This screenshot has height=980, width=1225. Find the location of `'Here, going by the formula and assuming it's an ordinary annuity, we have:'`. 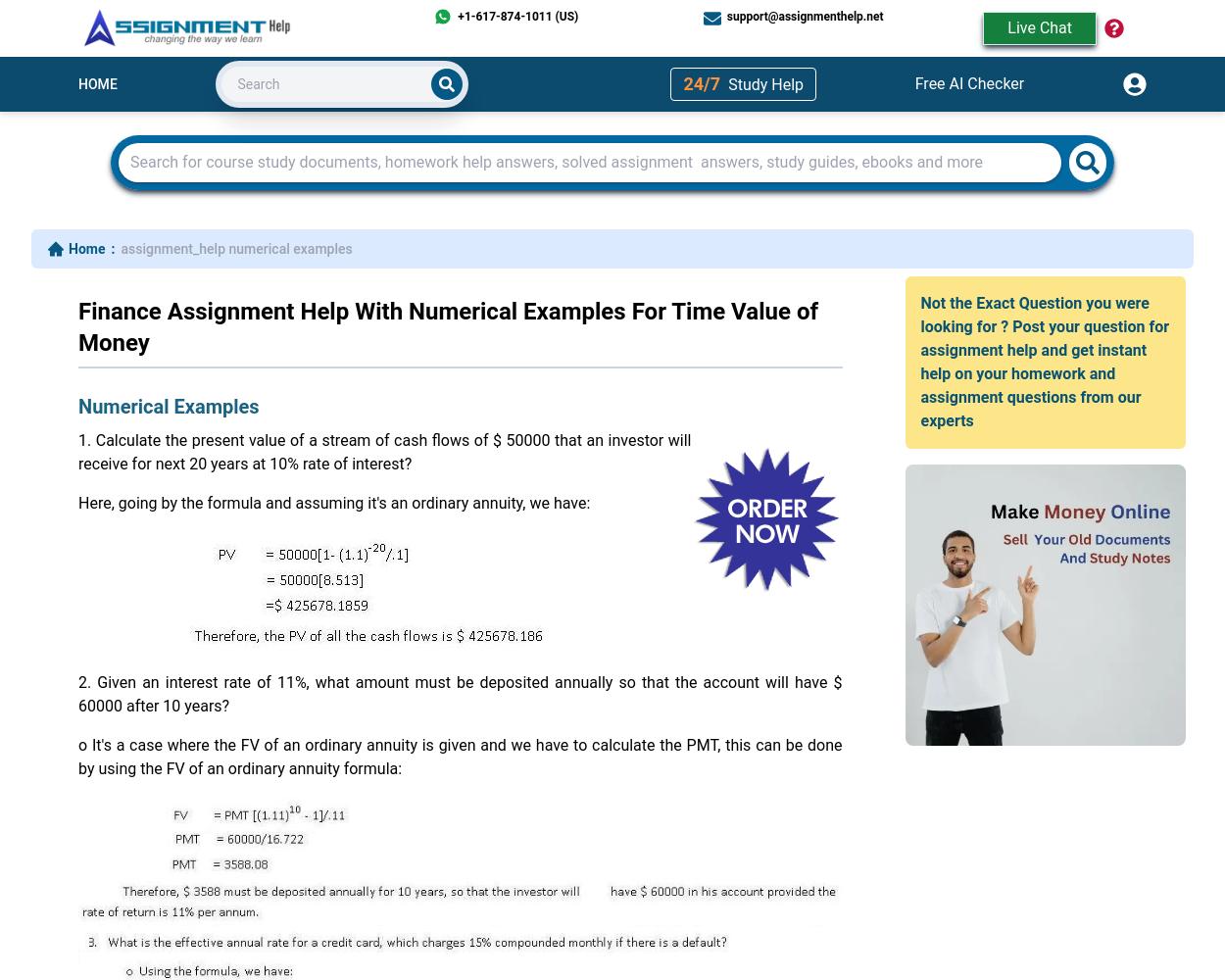

'Here, going by the formula and assuming it's an ordinary annuity, we have:' is located at coordinates (333, 503).